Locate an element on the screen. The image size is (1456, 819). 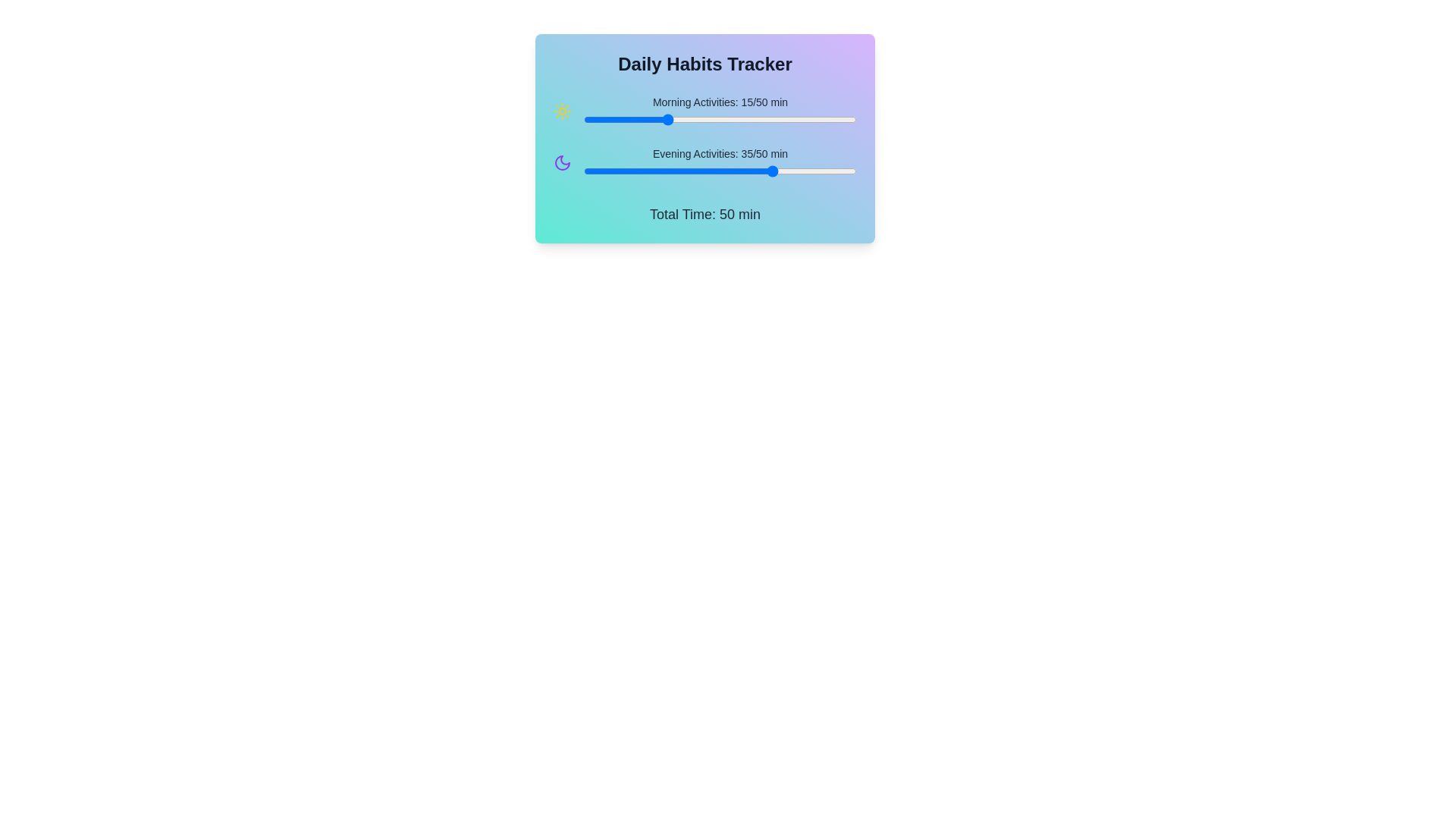
evening activity time is located at coordinates (654, 171).